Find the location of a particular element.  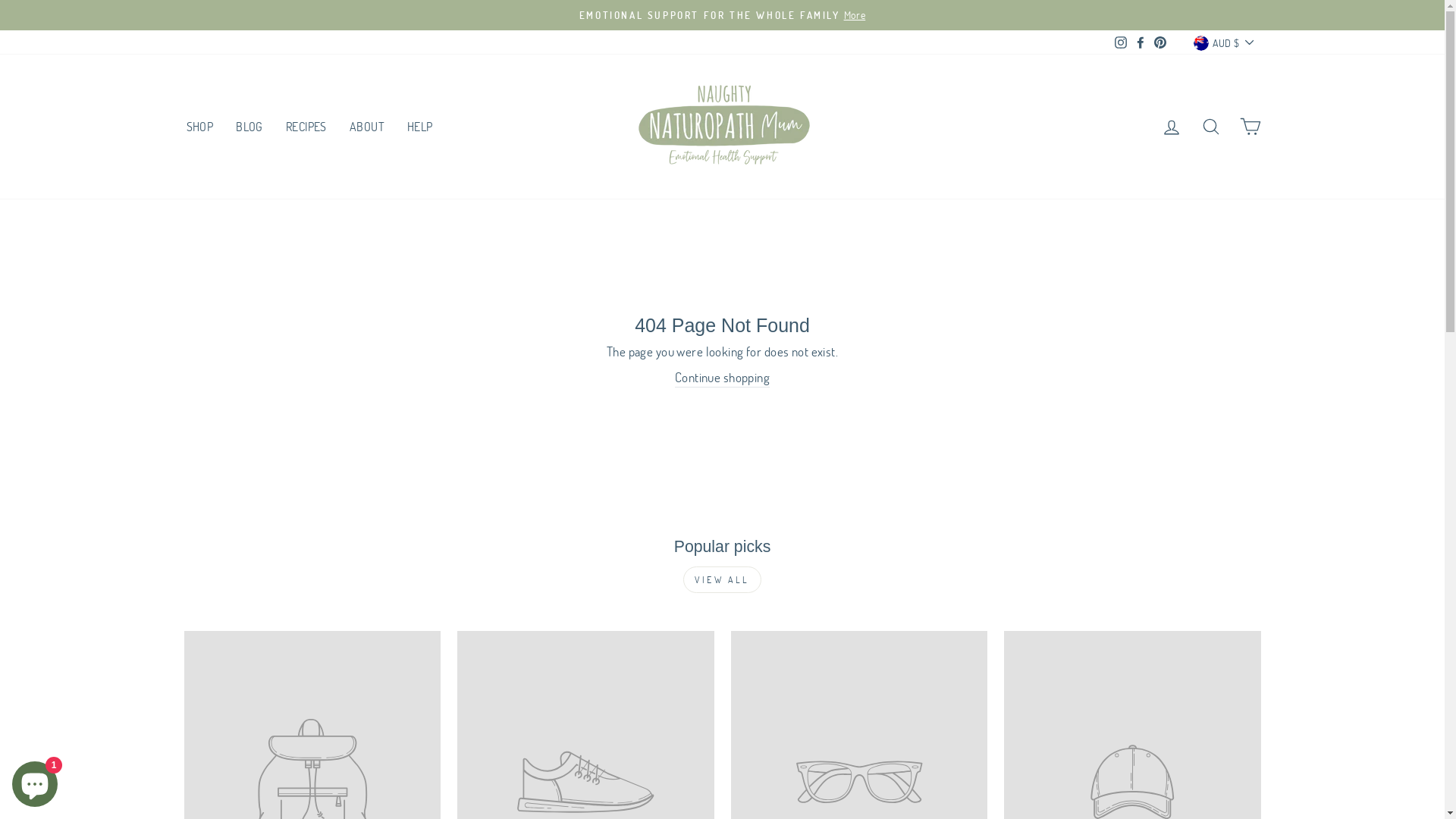

'SHOP' is located at coordinates (199, 125).